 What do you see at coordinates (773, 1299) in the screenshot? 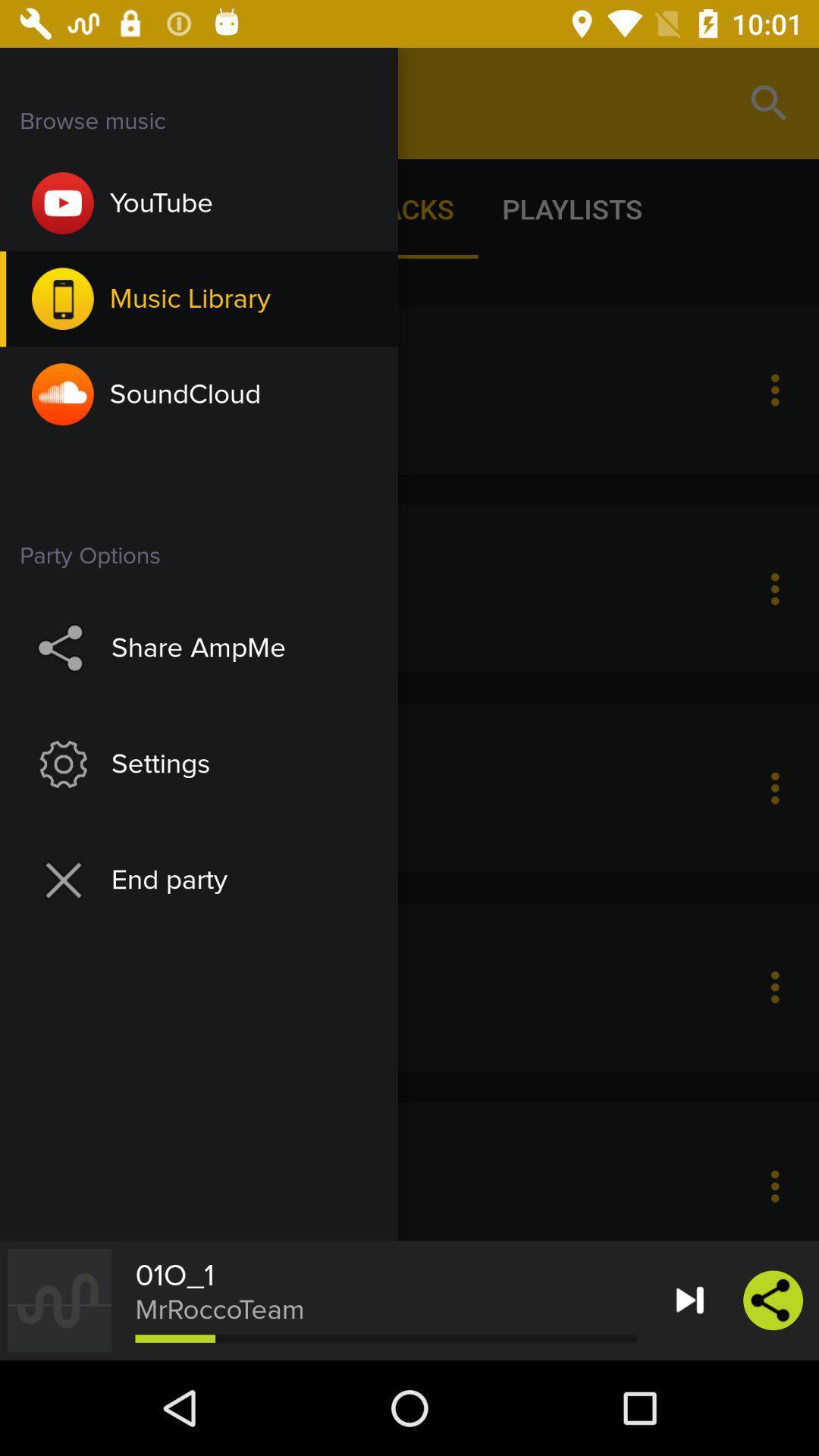
I see `the share icon` at bounding box center [773, 1299].